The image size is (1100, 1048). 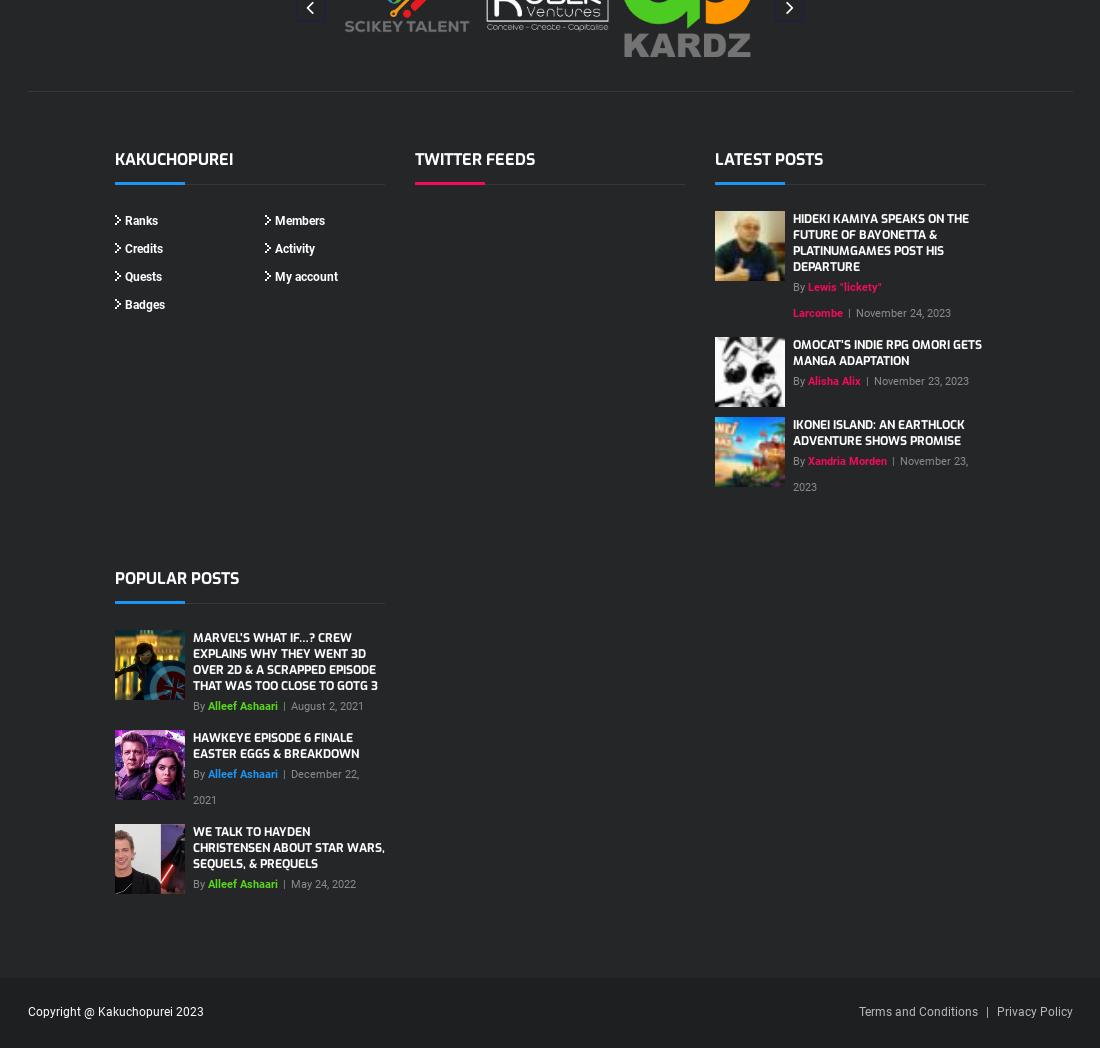 What do you see at coordinates (275, 786) in the screenshot?
I see `'December 22, 2021'` at bounding box center [275, 786].